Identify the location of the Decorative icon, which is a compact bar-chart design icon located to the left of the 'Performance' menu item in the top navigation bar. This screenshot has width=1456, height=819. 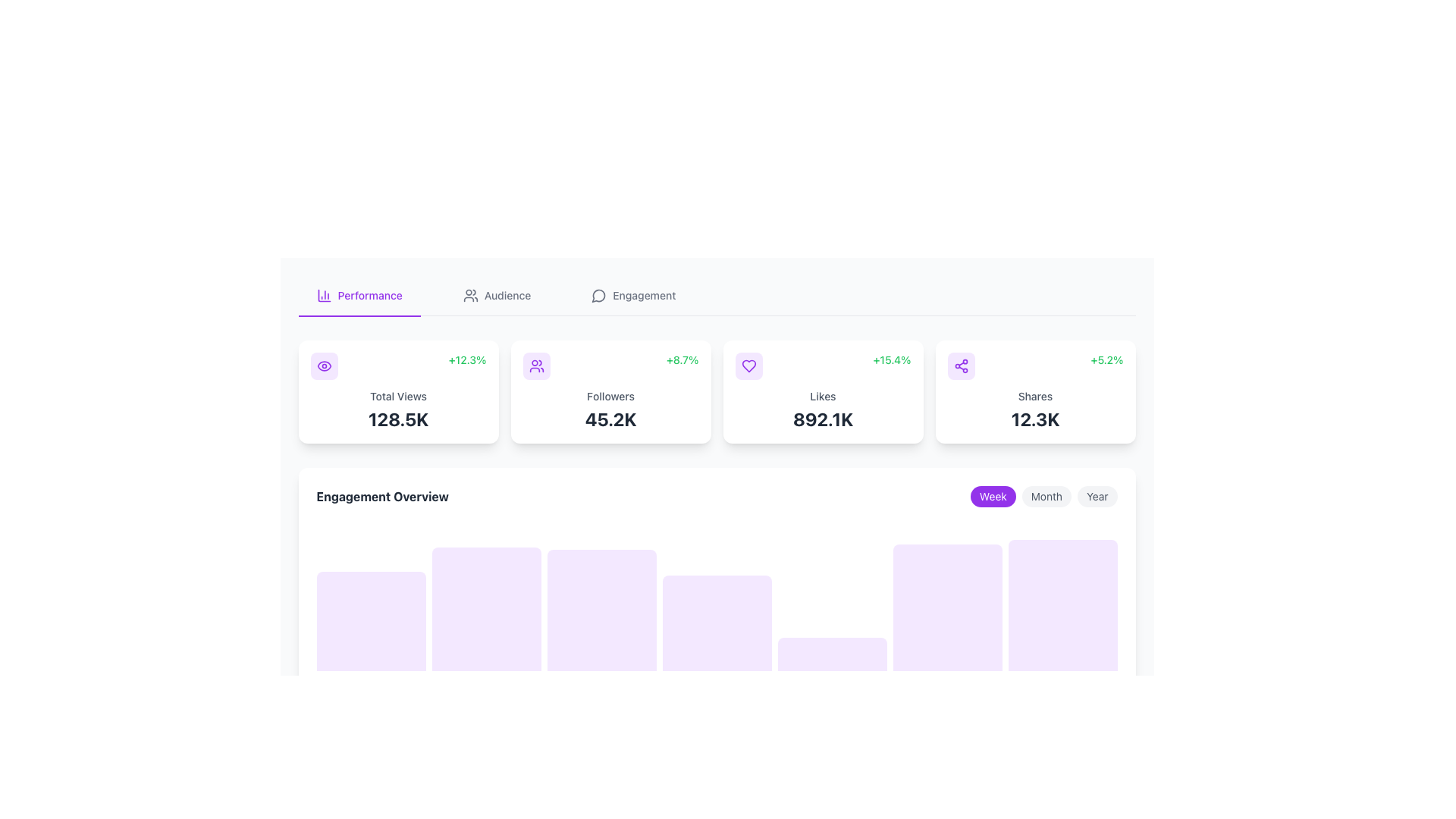
(323, 295).